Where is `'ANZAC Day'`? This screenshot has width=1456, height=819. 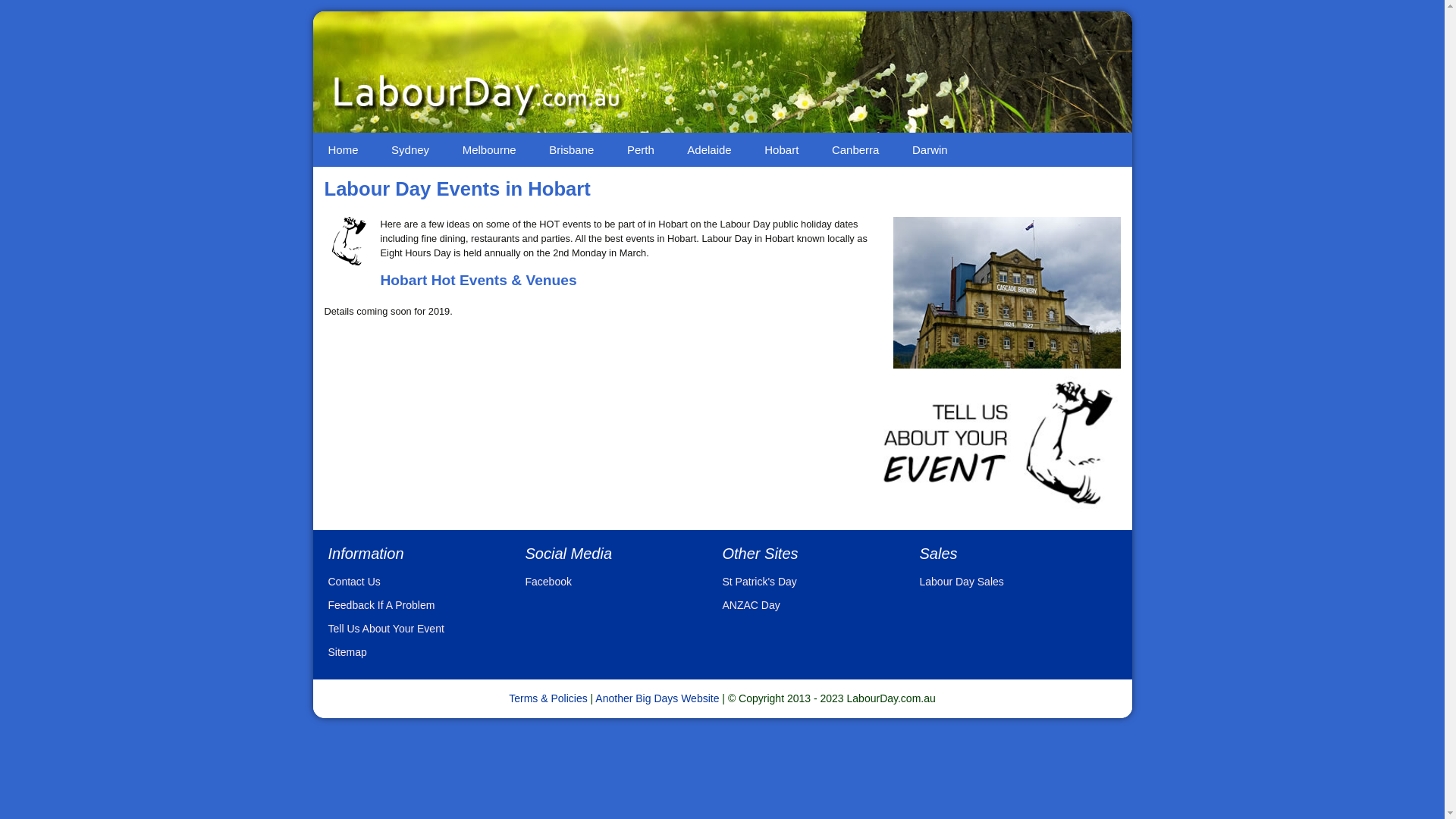
'ANZAC Day' is located at coordinates (750, 604).